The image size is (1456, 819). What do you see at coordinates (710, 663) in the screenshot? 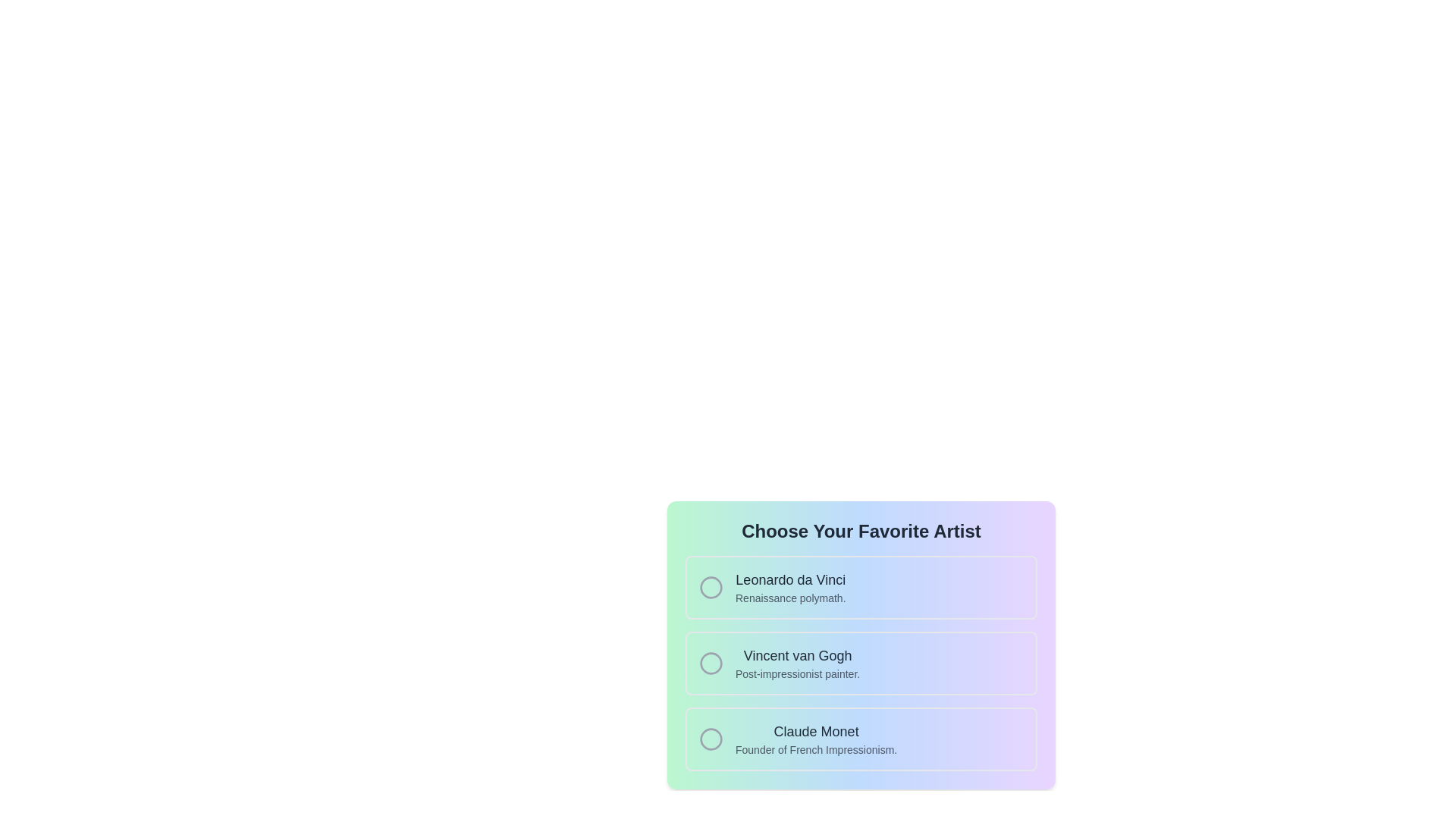
I see `the selected radio button next to 'Vincent van Gogh' to deselect it` at bounding box center [710, 663].